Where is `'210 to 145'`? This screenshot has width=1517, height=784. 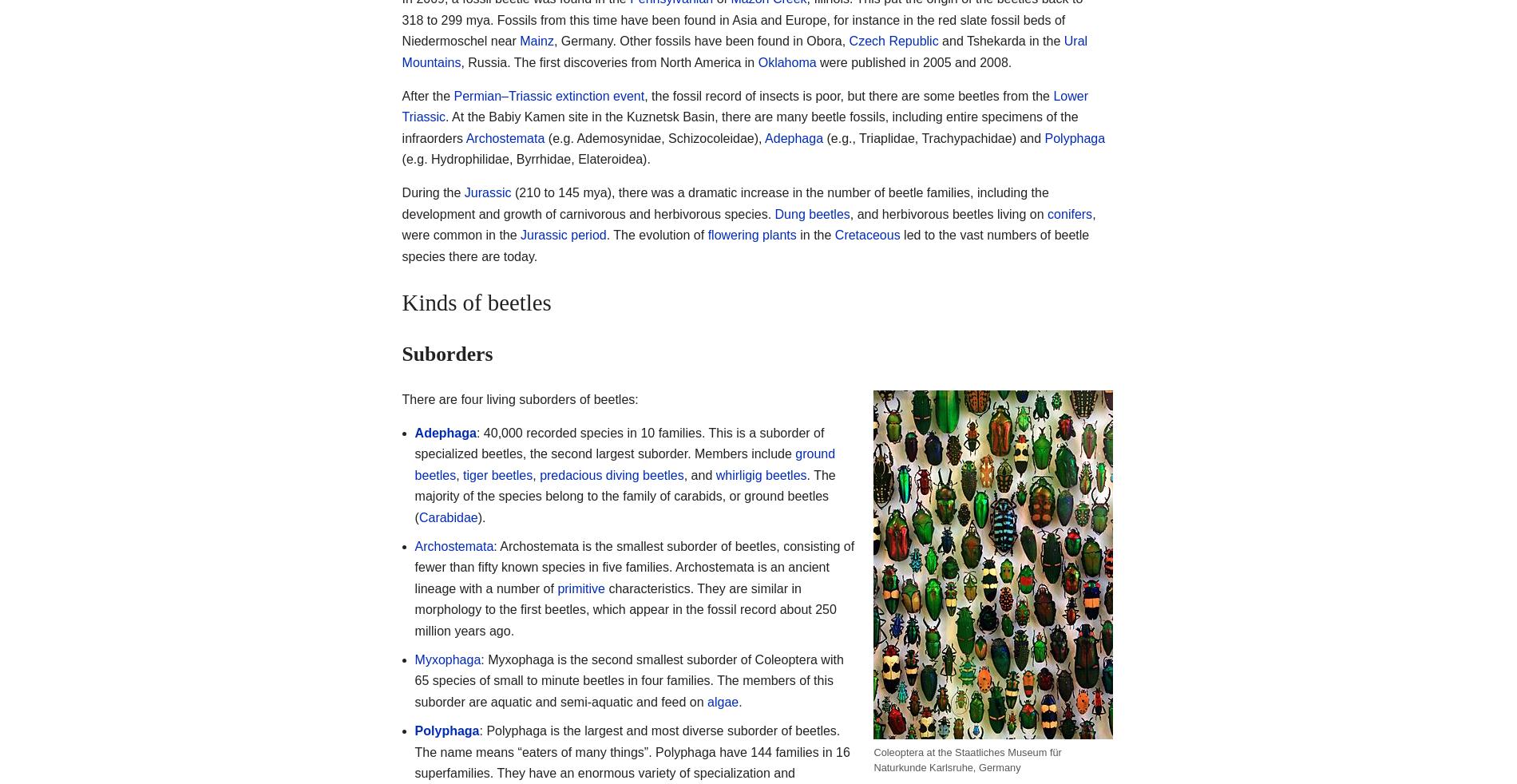 '210 to 145' is located at coordinates (549, 192).